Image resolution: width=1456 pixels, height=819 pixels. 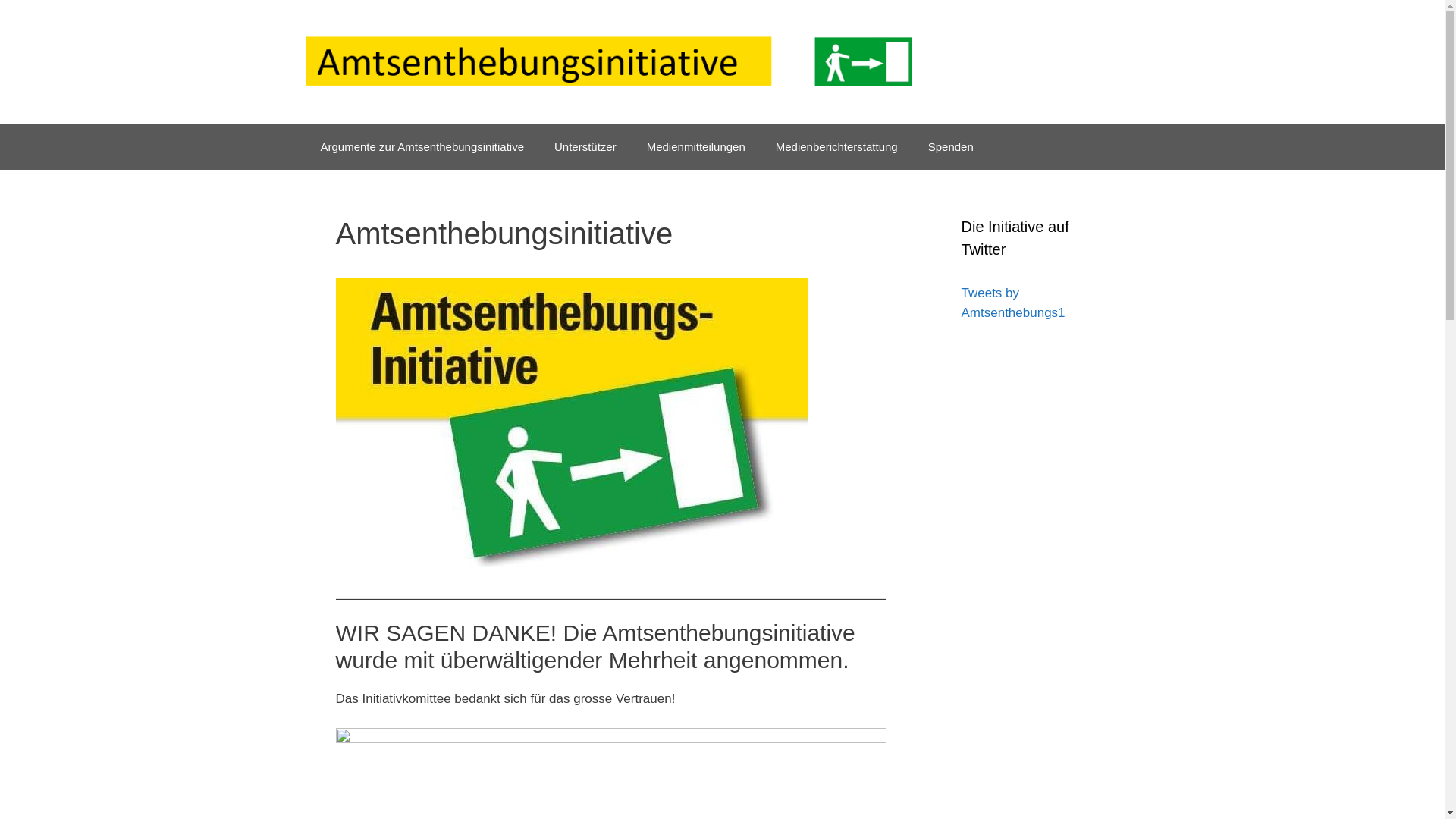 What do you see at coordinates (1013, 303) in the screenshot?
I see `'Tweets by Amtsenthebungs1'` at bounding box center [1013, 303].